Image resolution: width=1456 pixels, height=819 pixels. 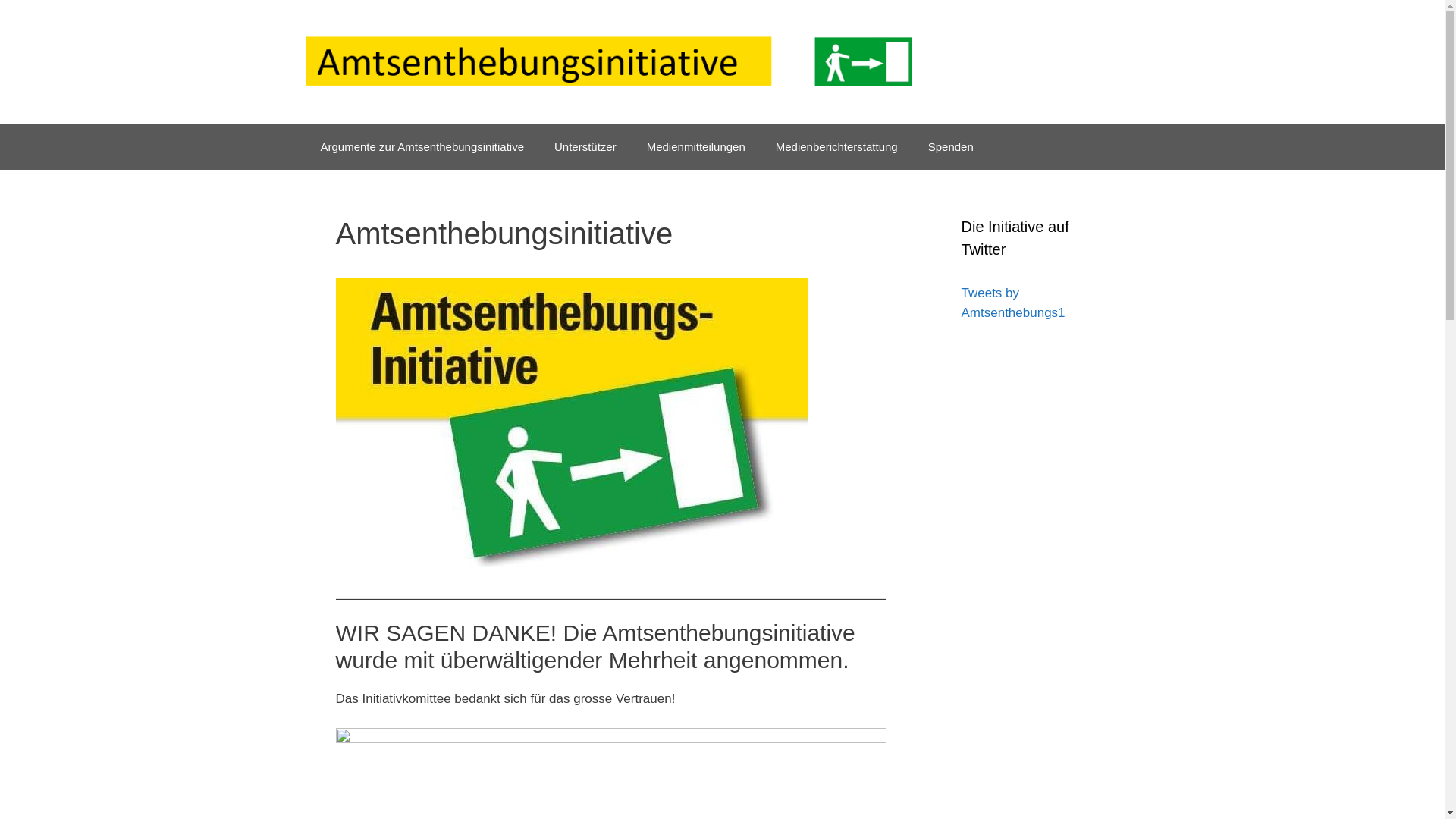 What do you see at coordinates (1013, 303) in the screenshot?
I see `'Tweets by Amtsenthebungs1'` at bounding box center [1013, 303].